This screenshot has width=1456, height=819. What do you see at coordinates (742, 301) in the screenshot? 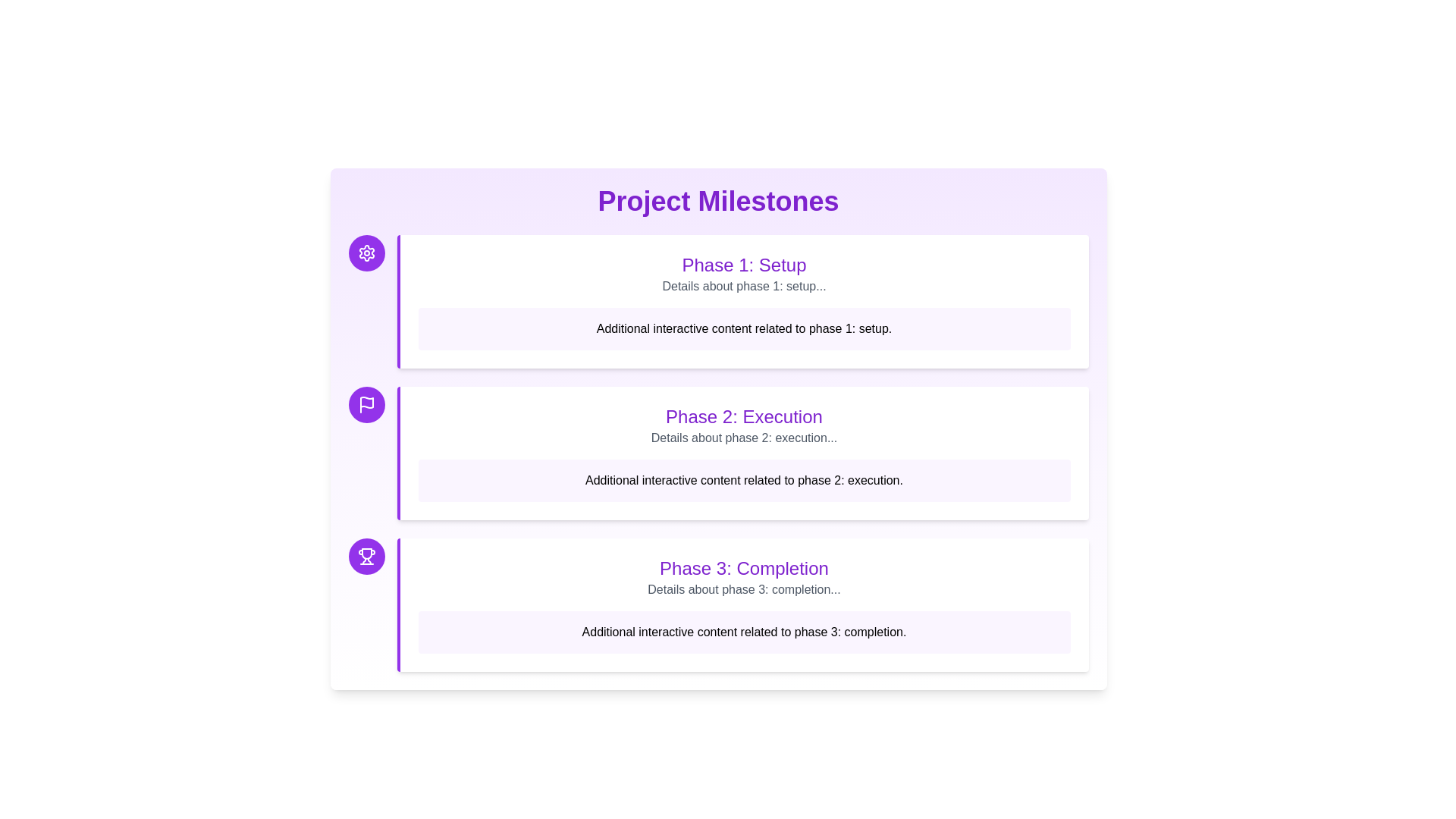
I see `the elements contained within the display box for the first phase of the project plan, located under 'Project Milestones'` at bounding box center [742, 301].